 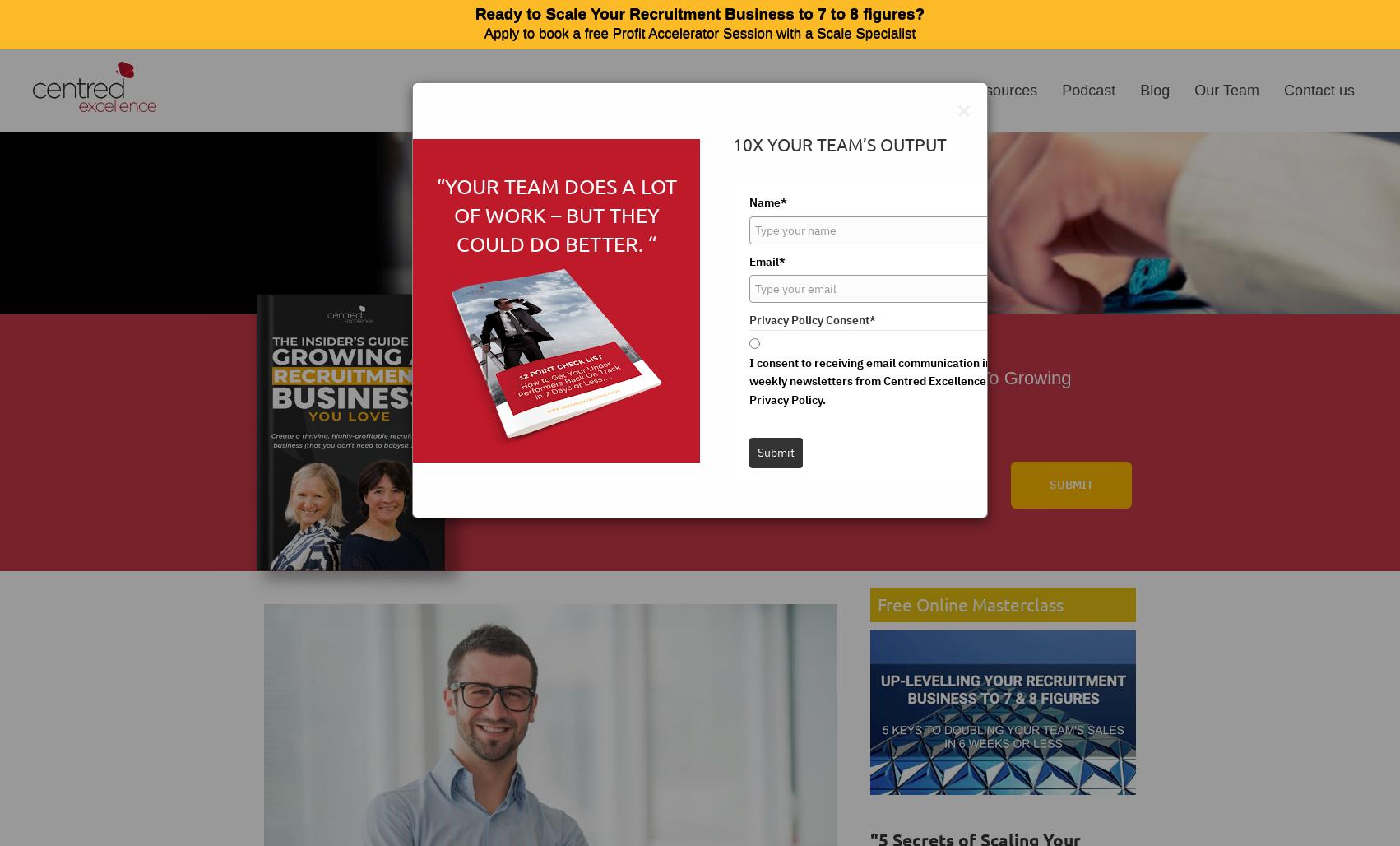 What do you see at coordinates (494, 451) in the screenshot?
I see `'Full Name'` at bounding box center [494, 451].